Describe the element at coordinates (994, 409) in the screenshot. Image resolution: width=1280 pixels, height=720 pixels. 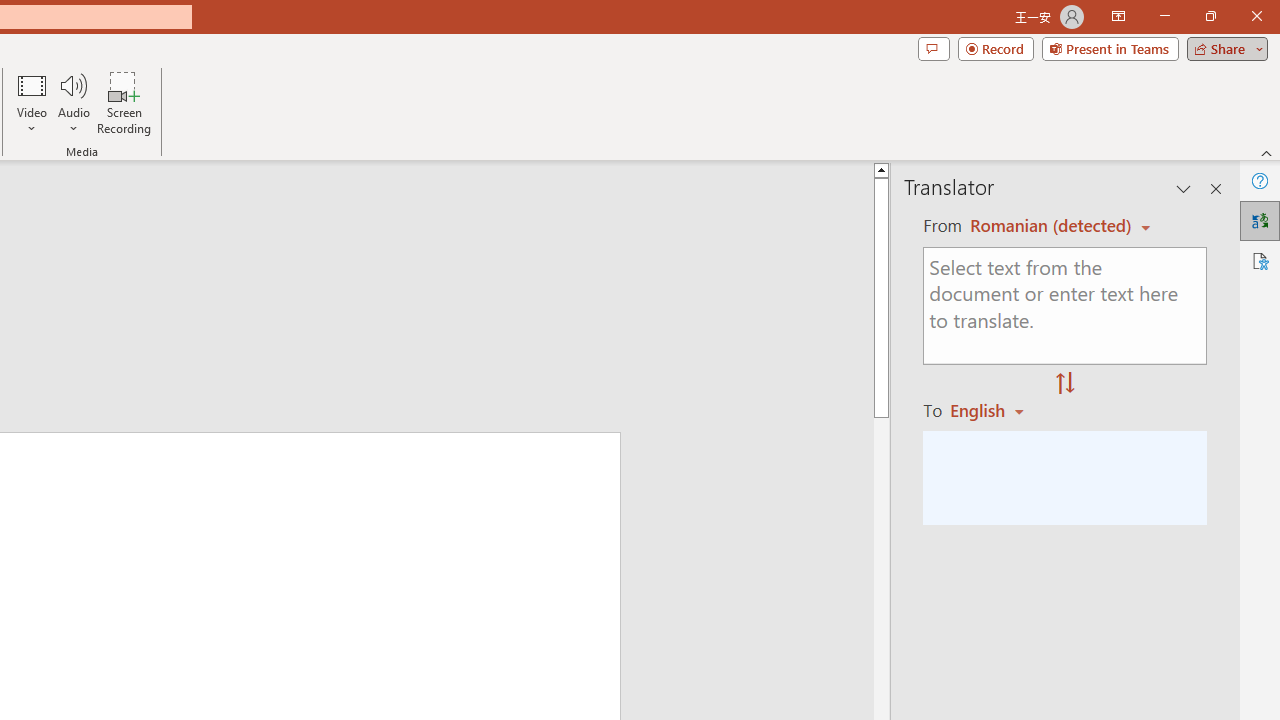
I see `'Romanian'` at that location.